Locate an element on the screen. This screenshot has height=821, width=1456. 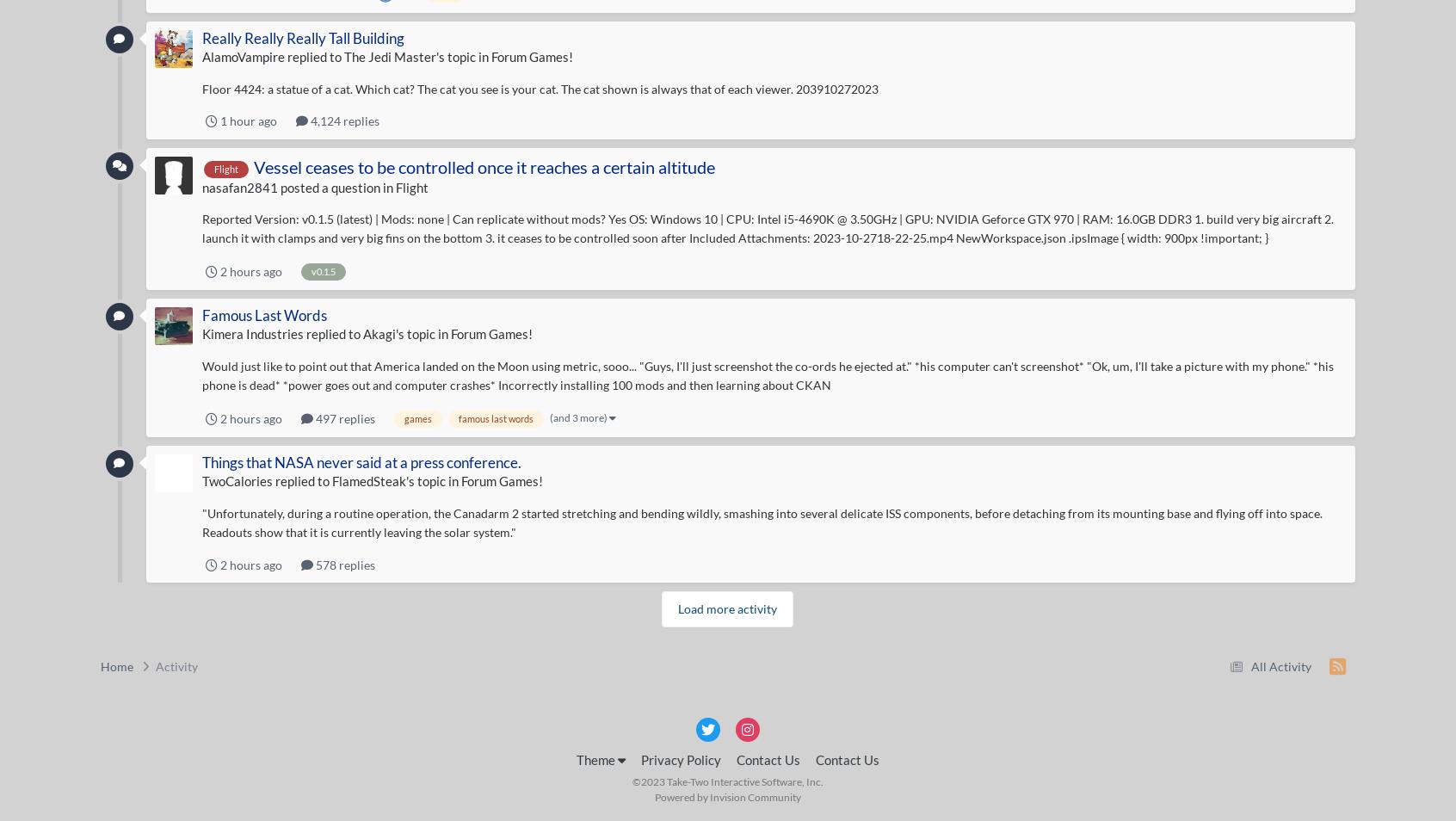
'posted a question in' is located at coordinates (336, 186).